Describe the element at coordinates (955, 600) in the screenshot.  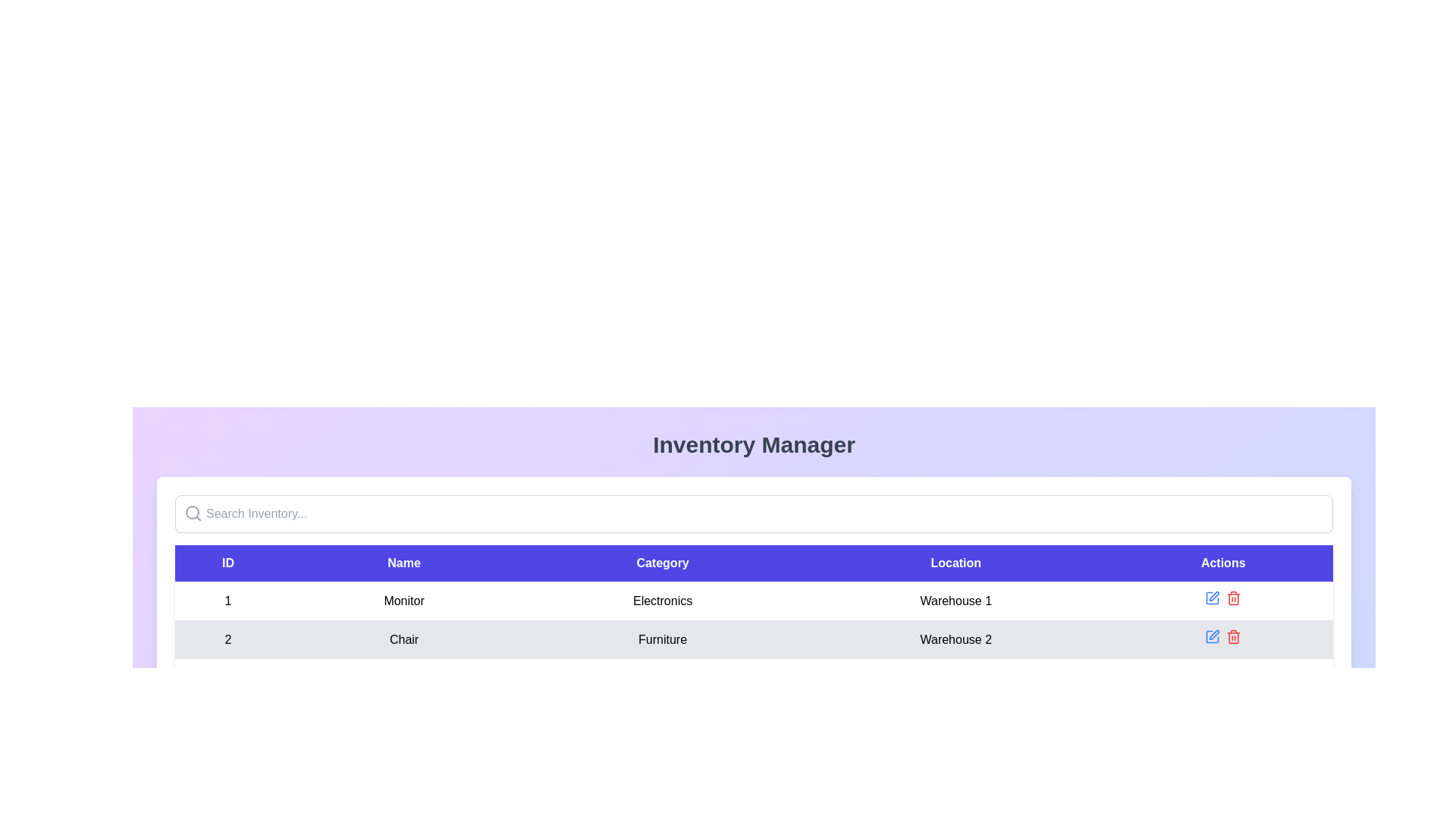
I see `the non-interactive Text label displaying the warehouse location assigned to the inventory item in the first row under the 'Location' column` at that location.